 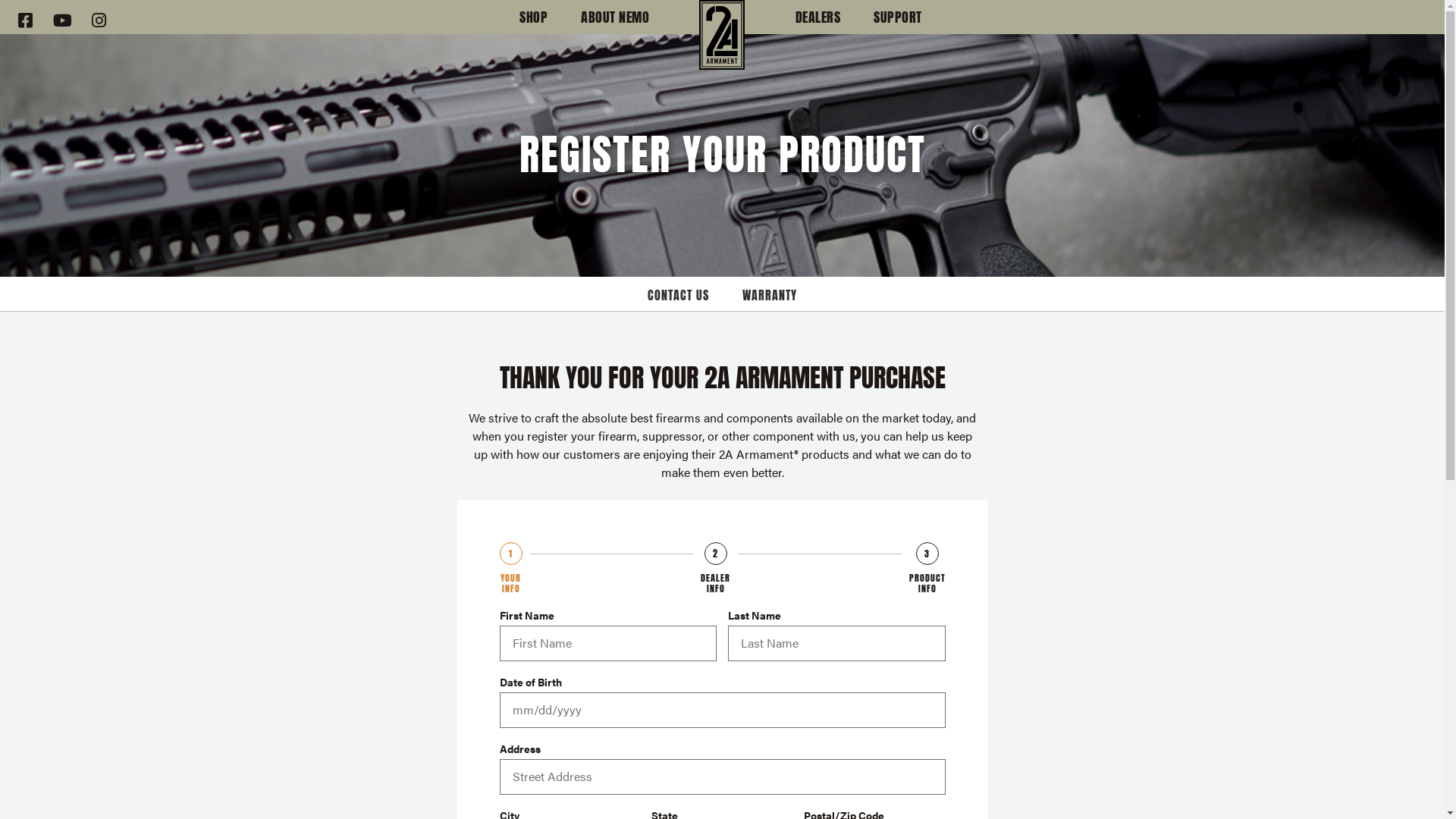 What do you see at coordinates (780, 17) in the screenshot?
I see `'DEALERS'` at bounding box center [780, 17].